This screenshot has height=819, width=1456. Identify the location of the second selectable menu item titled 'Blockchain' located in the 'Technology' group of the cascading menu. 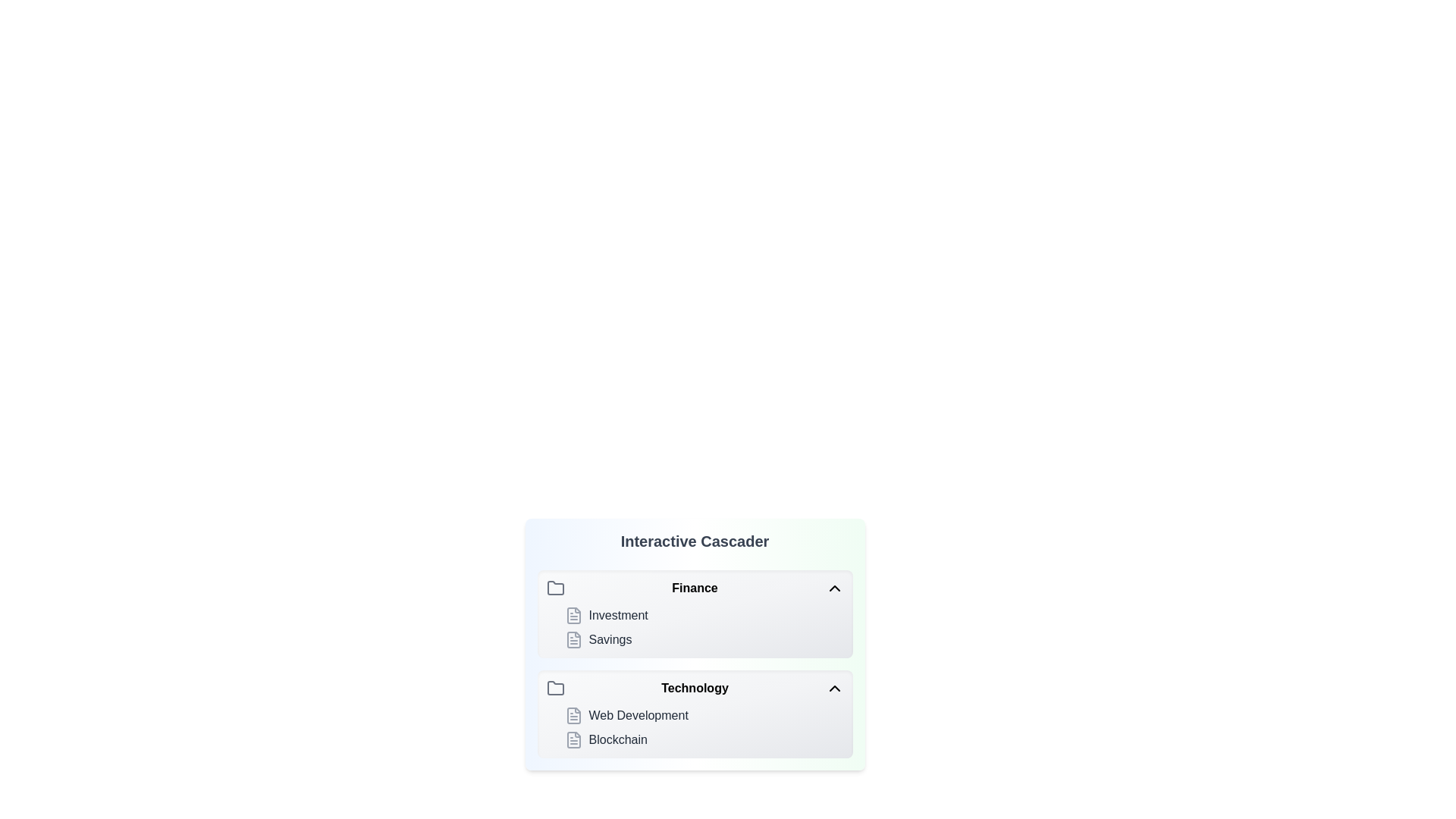
(703, 739).